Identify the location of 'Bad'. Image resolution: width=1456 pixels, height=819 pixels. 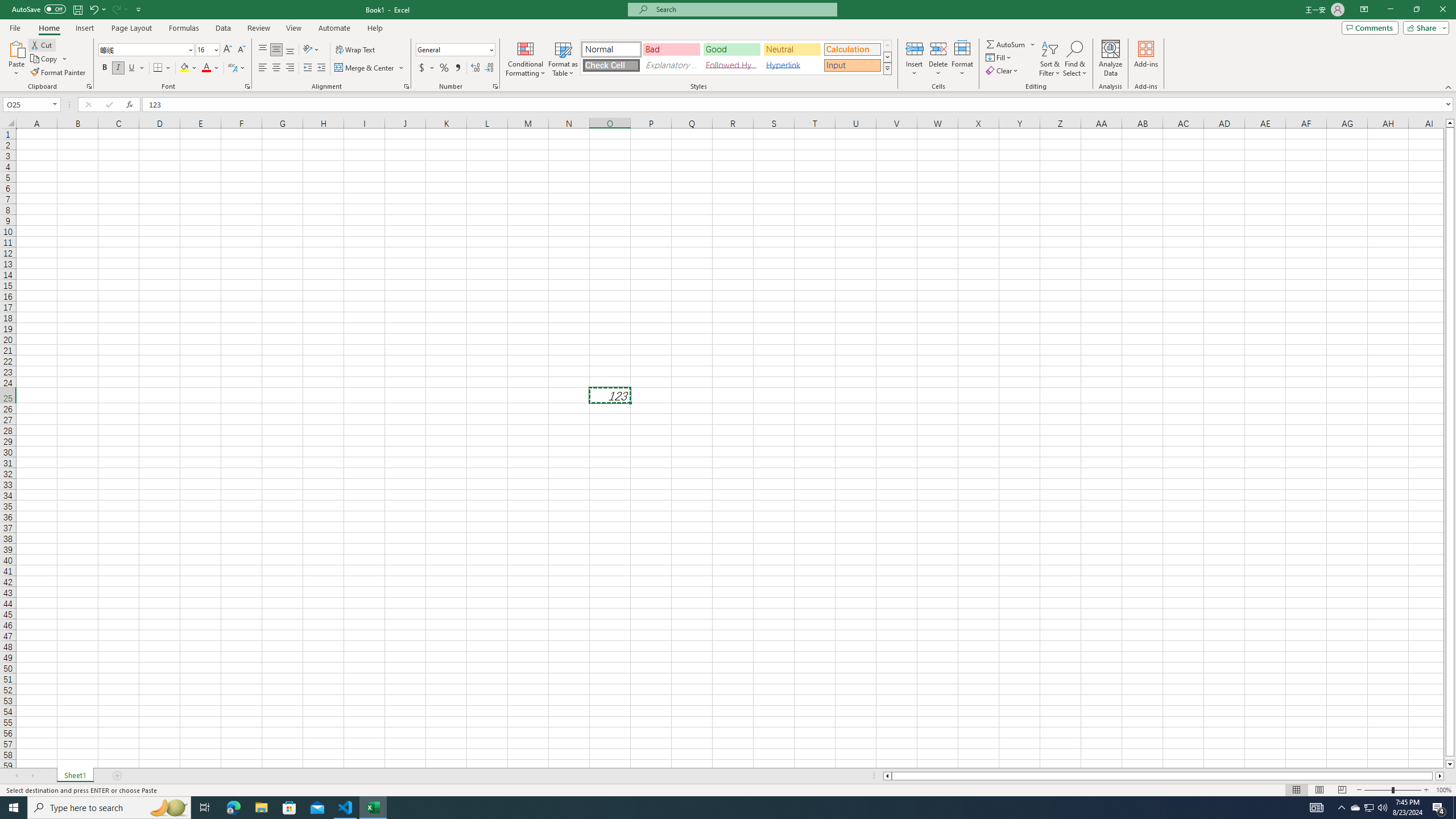
(672, 49).